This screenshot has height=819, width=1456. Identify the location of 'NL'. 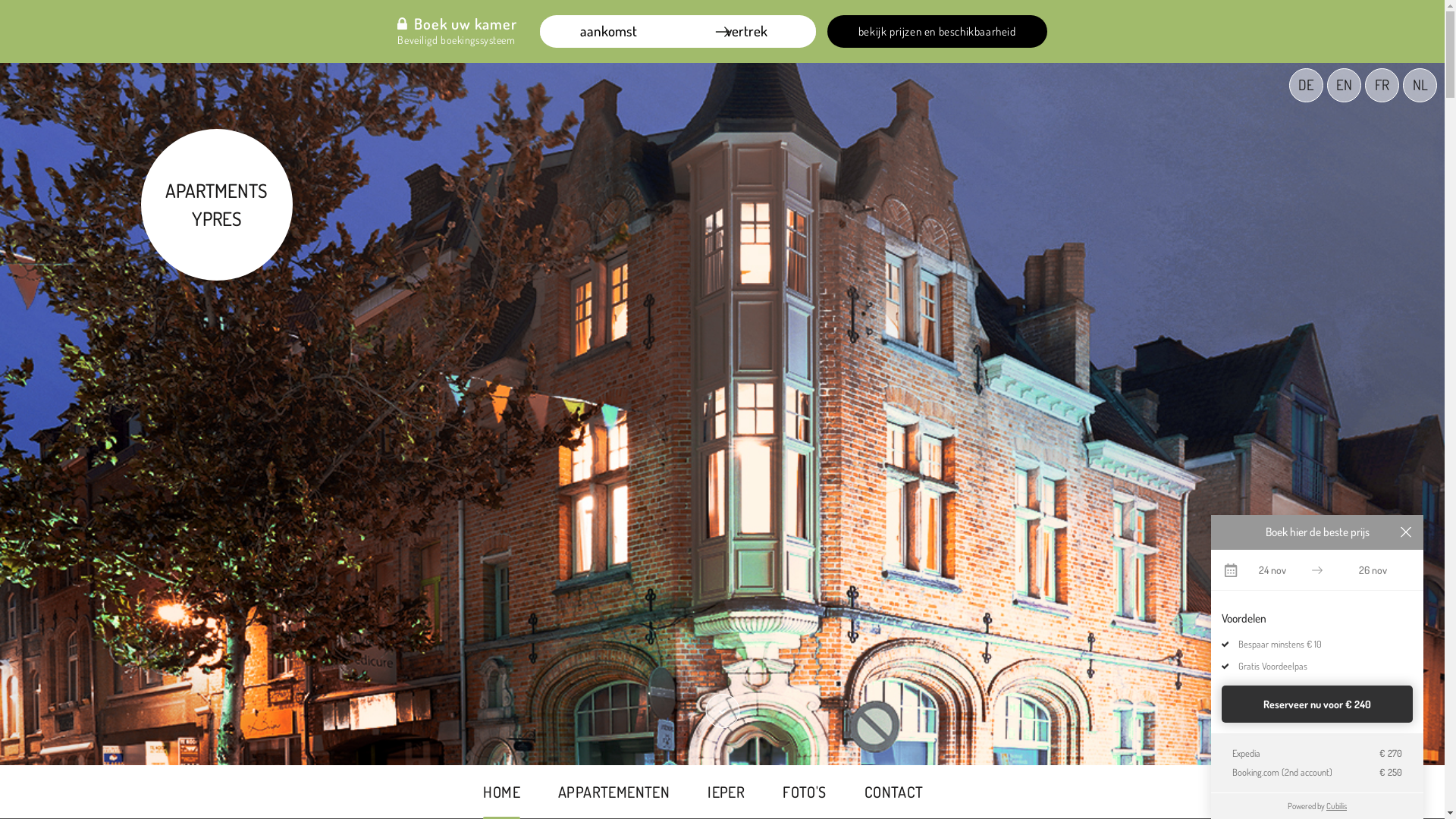
(1419, 85).